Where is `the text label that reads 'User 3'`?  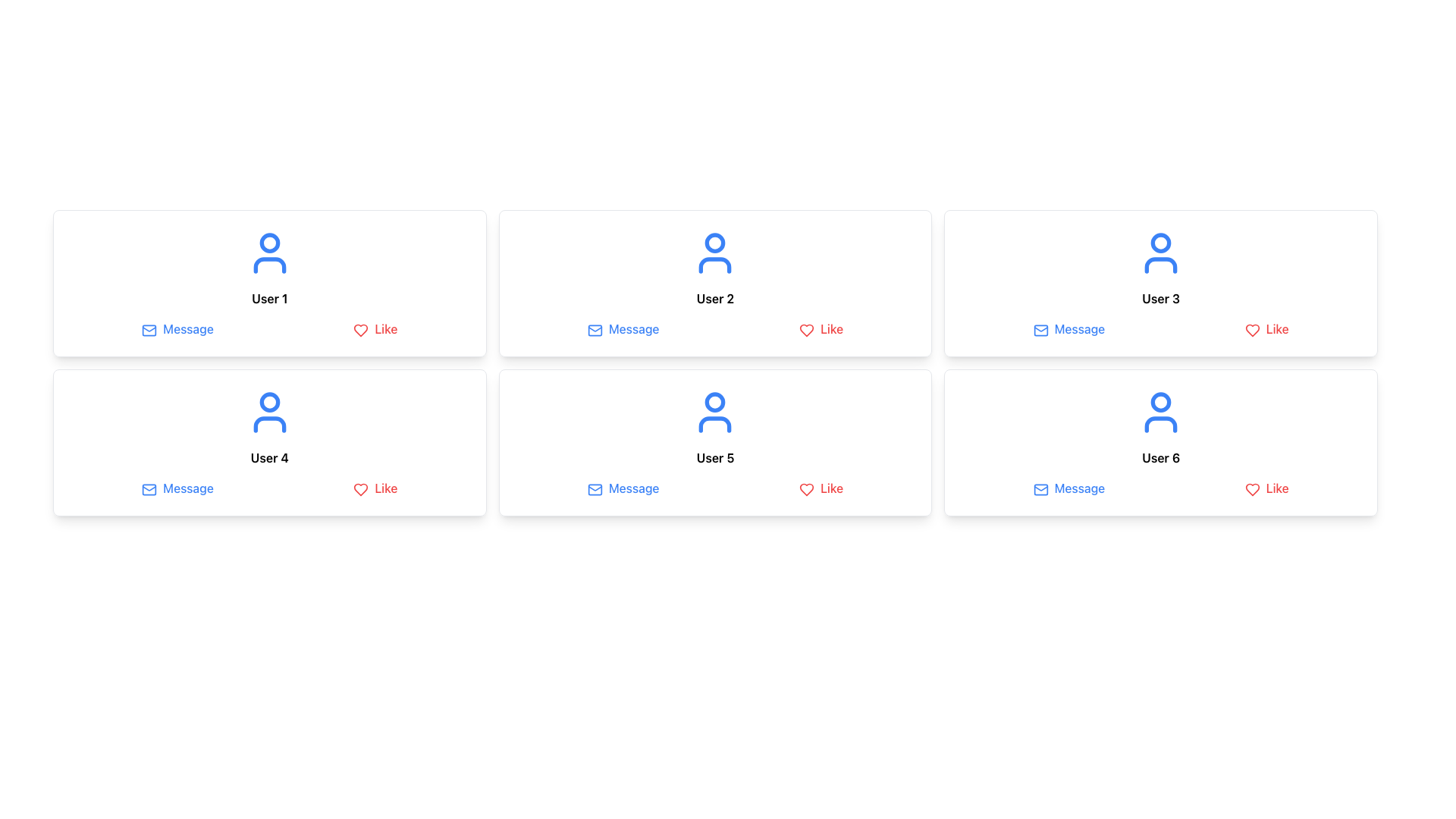 the text label that reads 'User 3' is located at coordinates (1160, 298).